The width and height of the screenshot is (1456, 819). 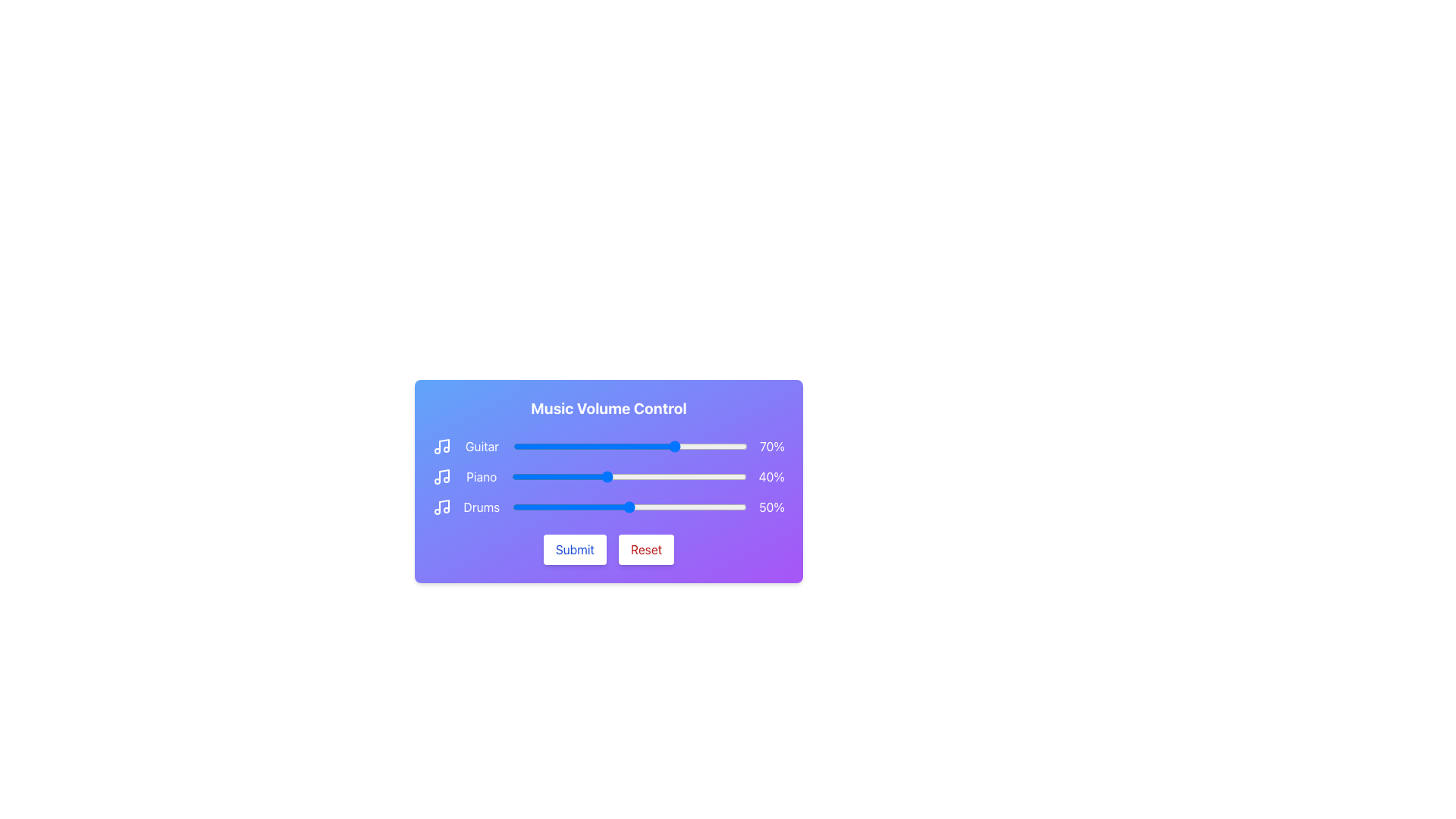 What do you see at coordinates (585, 446) in the screenshot?
I see `guitar volume` at bounding box center [585, 446].